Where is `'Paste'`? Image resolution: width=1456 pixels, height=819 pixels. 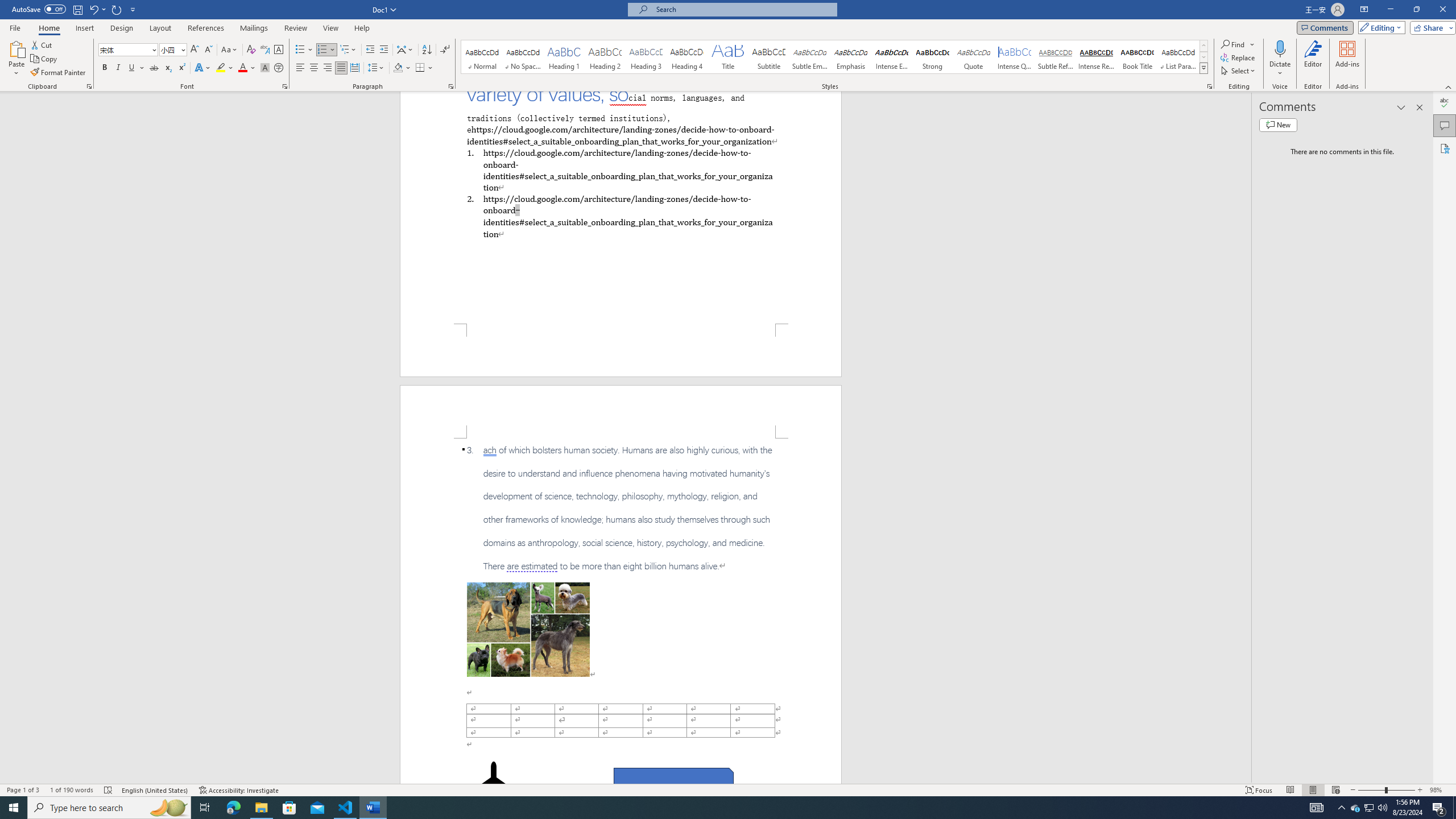
'Paste' is located at coordinates (16, 59).